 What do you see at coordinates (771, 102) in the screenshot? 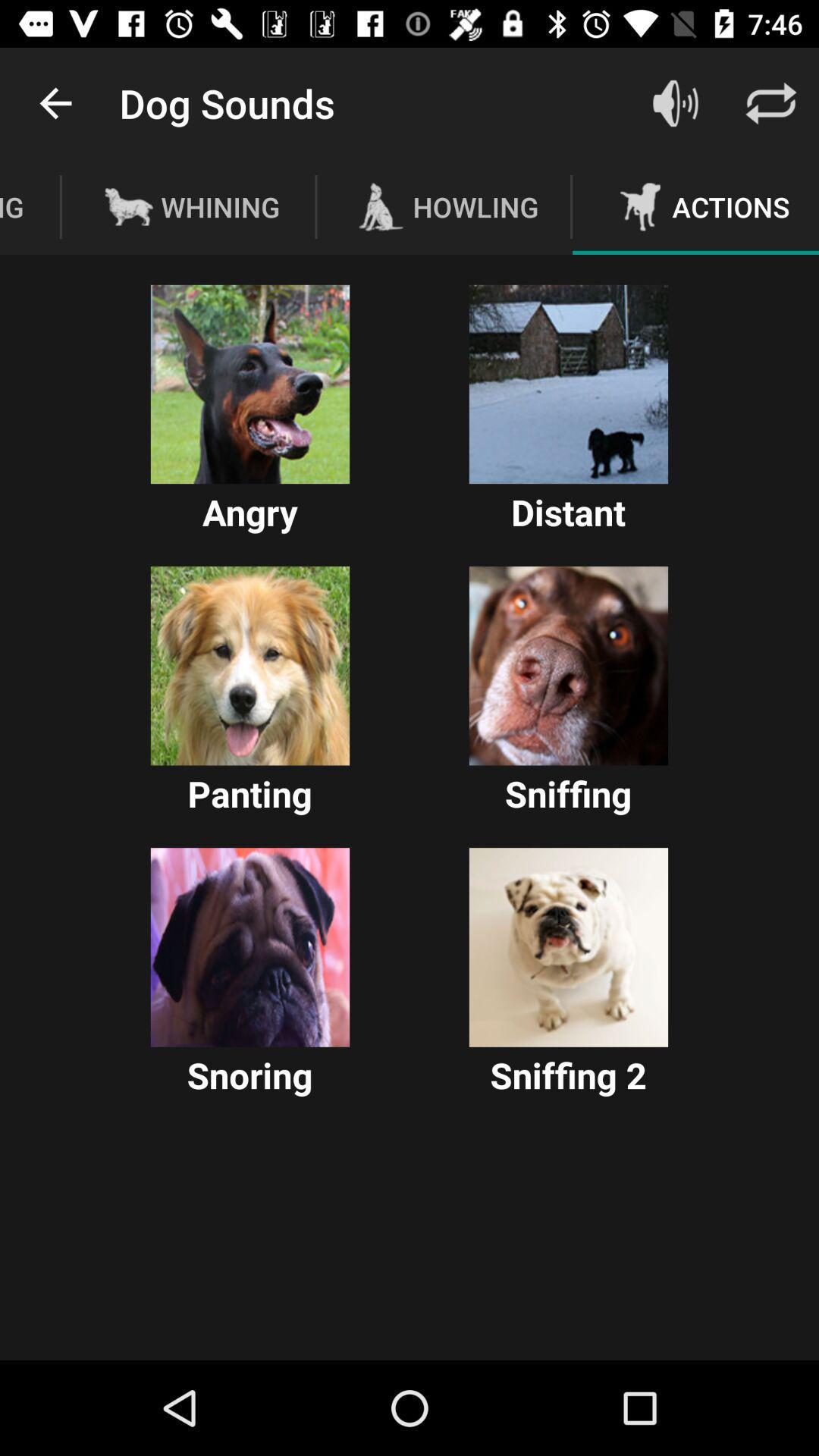
I see `refresh page` at bounding box center [771, 102].